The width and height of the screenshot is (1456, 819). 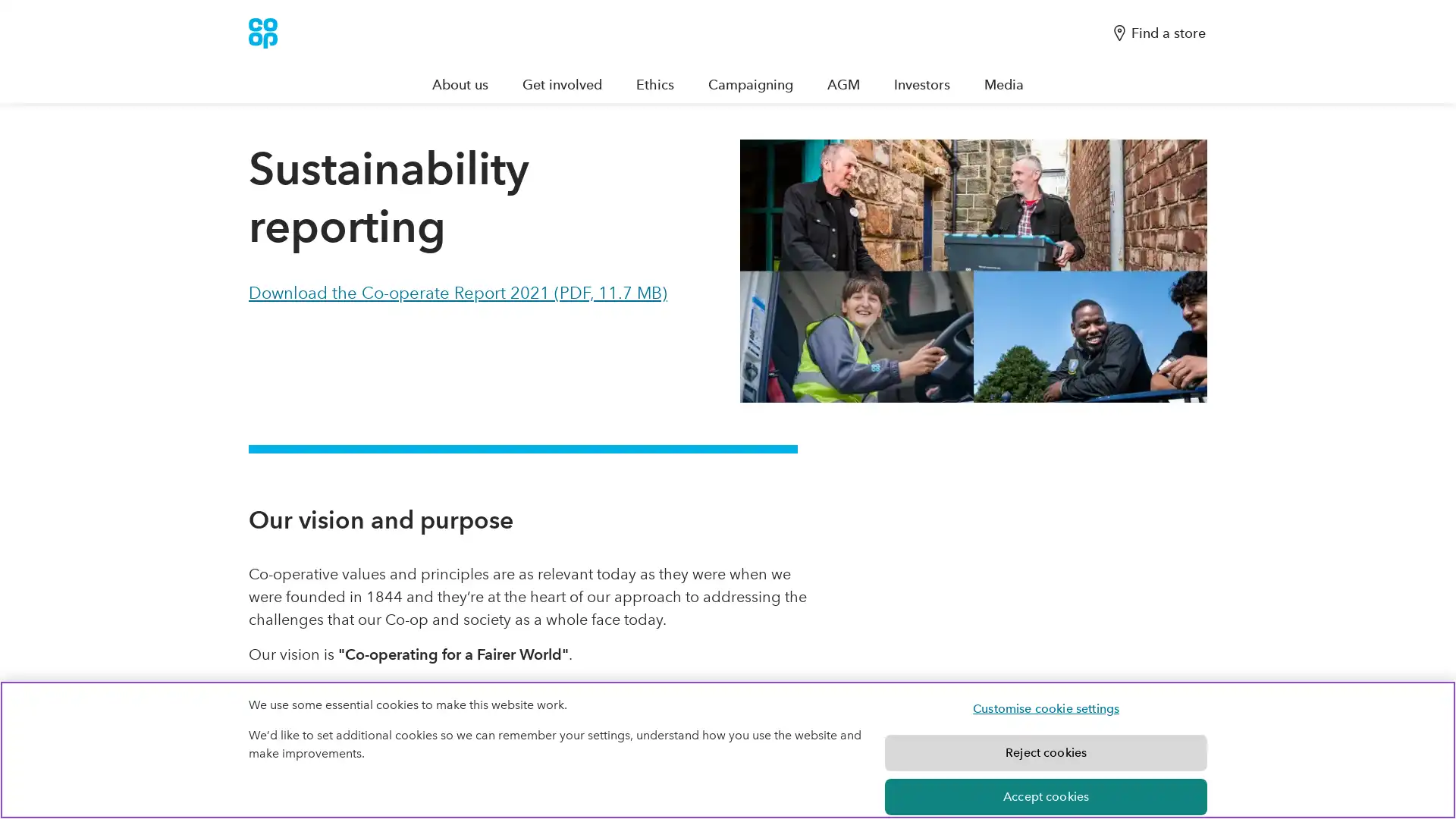 What do you see at coordinates (1044, 795) in the screenshot?
I see `Accept cookies` at bounding box center [1044, 795].